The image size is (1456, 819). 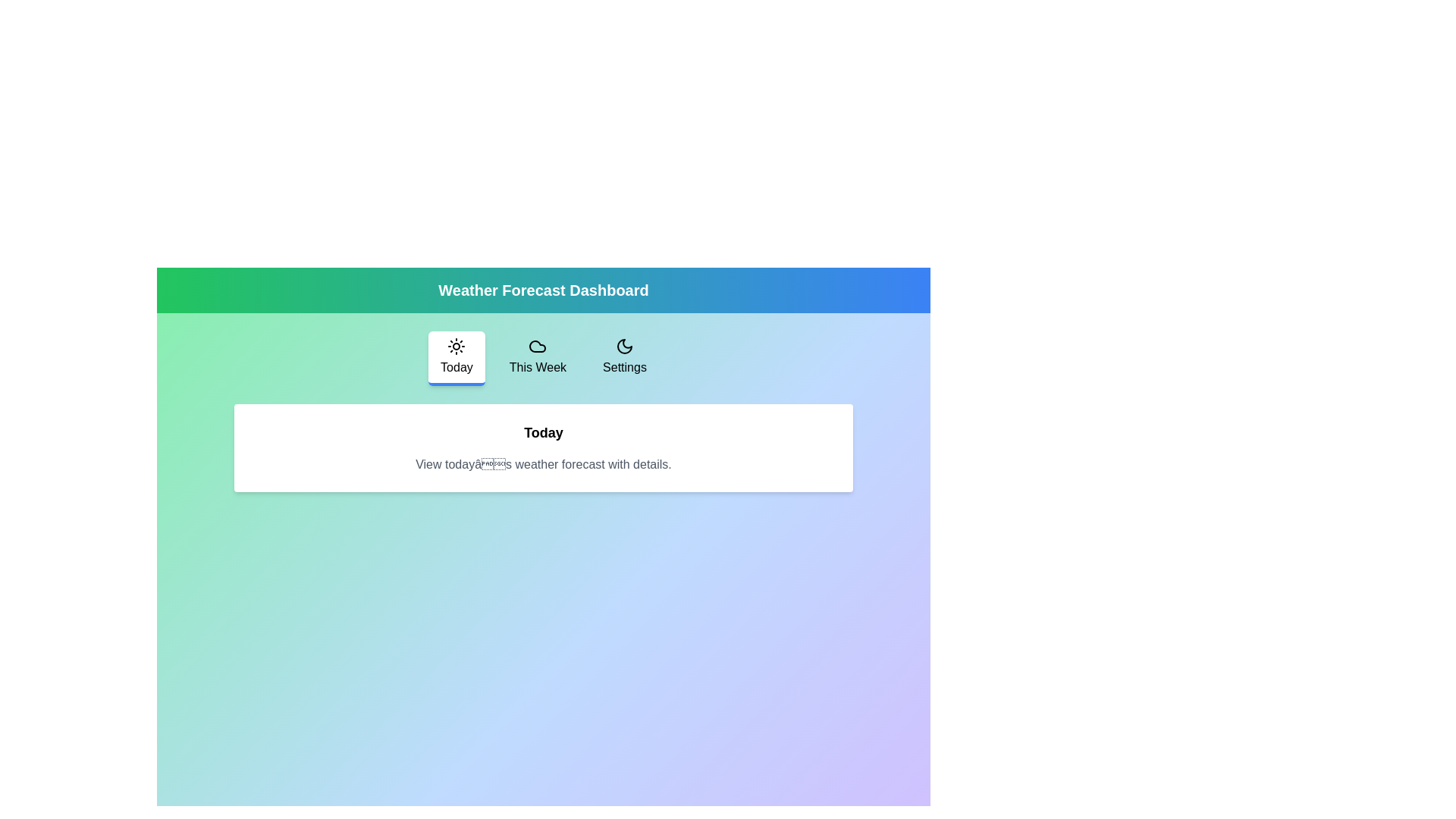 I want to click on the tab labeled Today to navigate to it, so click(x=455, y=359).